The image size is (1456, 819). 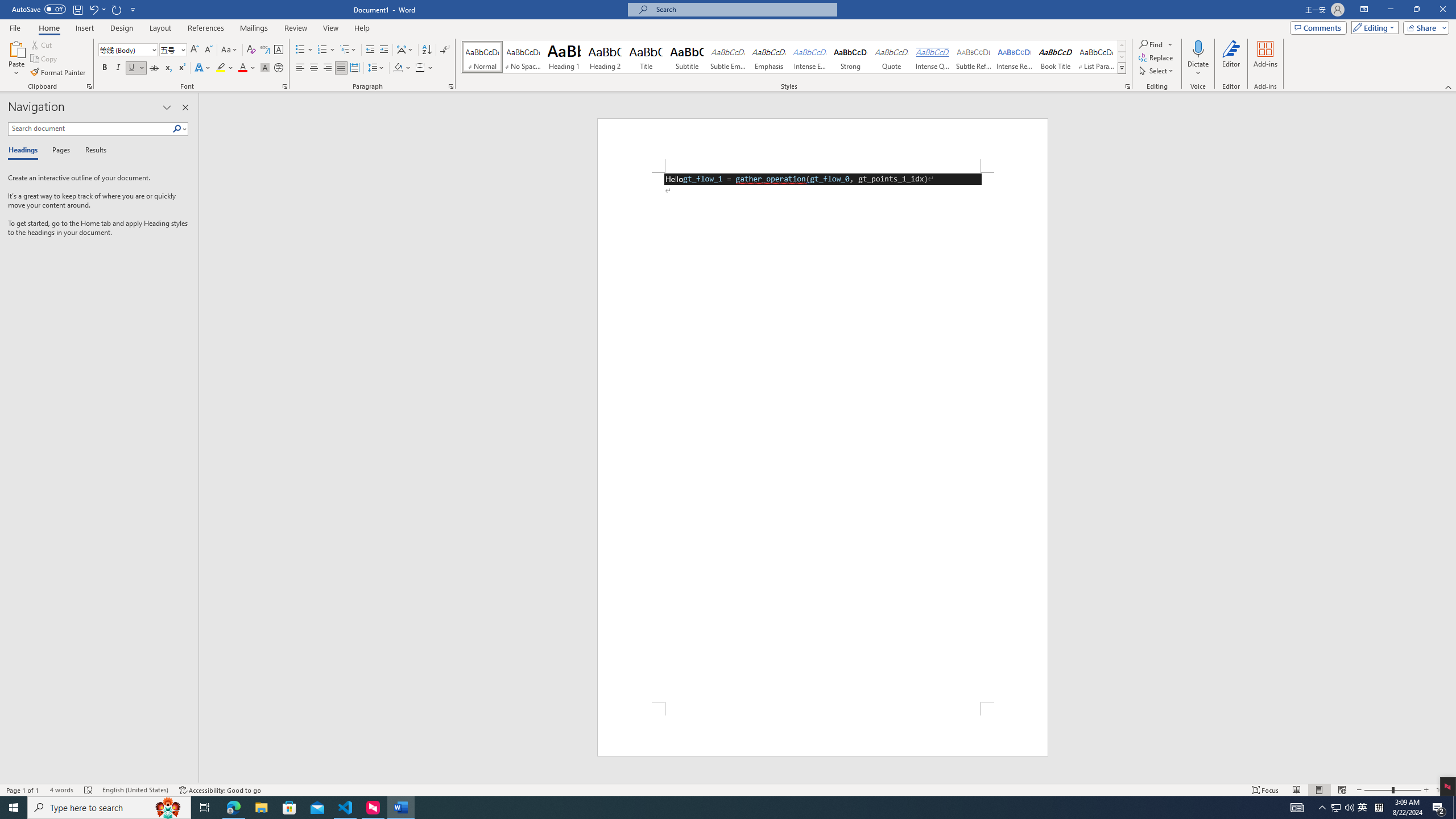 I want to click on 'Heading 2', so click(x=605, y=56).